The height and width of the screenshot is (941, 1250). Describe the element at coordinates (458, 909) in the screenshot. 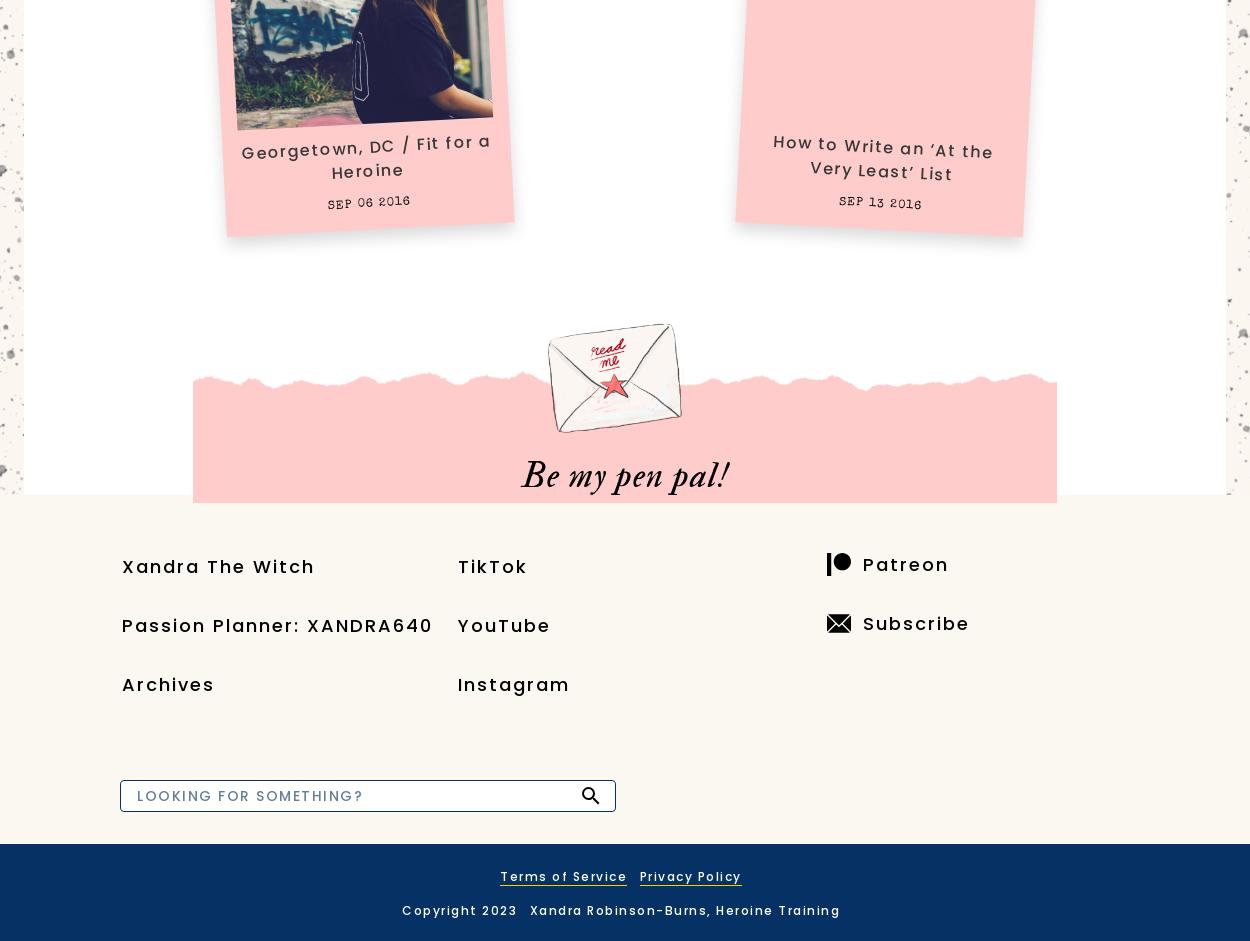

I see `'Copyright 2023'` at that location.